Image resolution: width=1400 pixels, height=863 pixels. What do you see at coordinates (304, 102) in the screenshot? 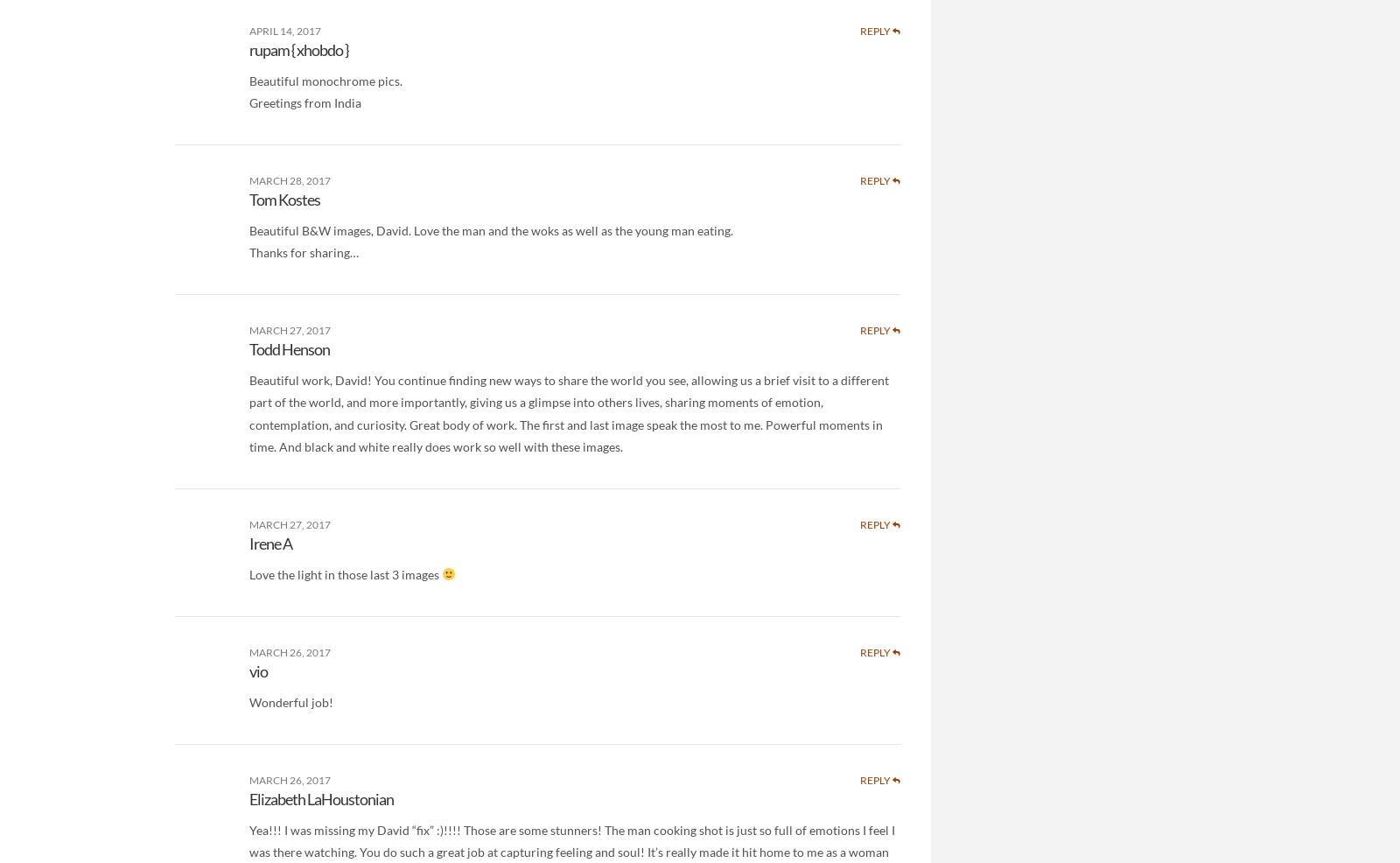
I see `'Greetings from India'` at bounding box center [304, 102].